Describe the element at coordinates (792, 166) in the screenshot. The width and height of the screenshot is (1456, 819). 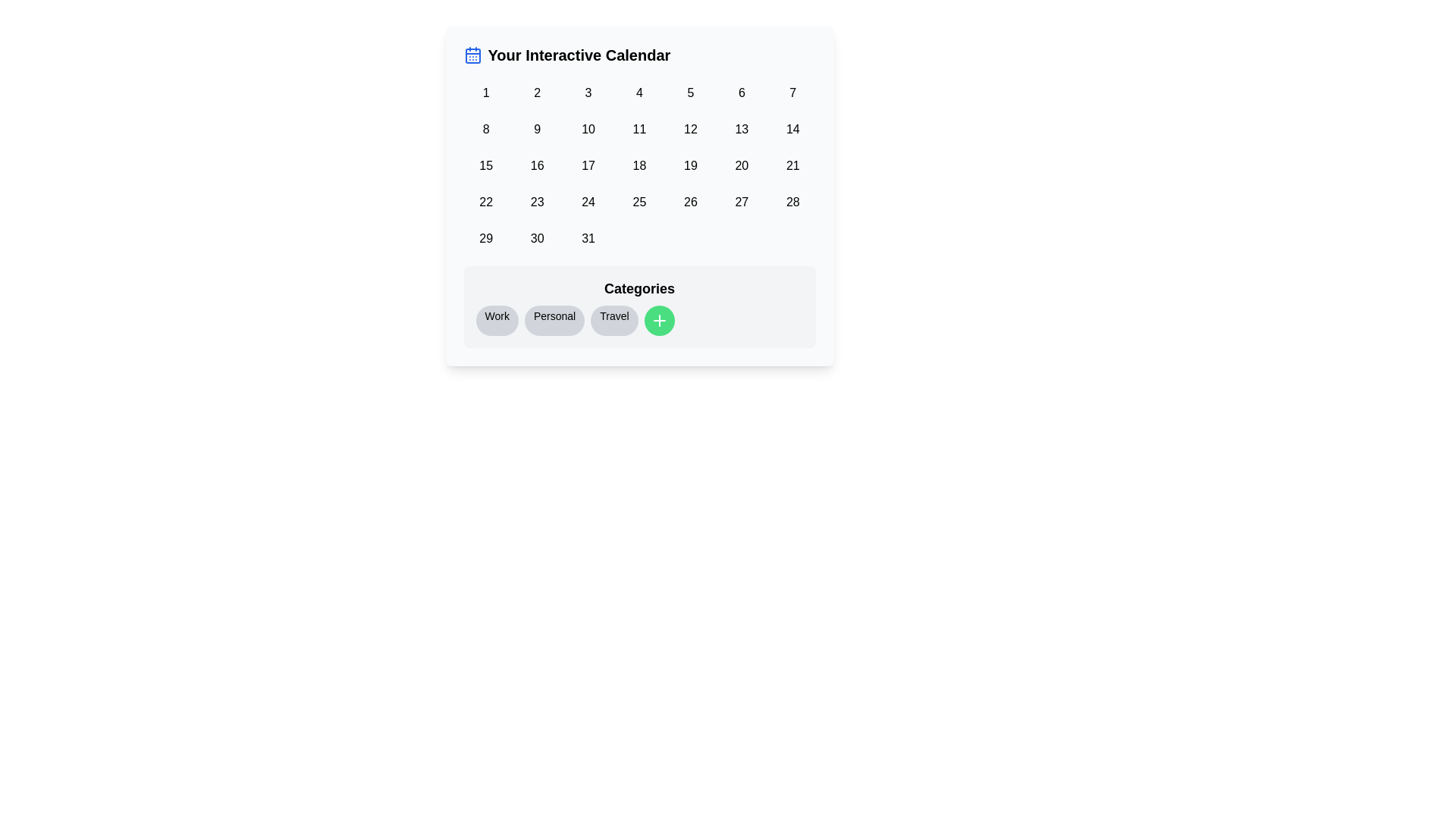
I see `the rounded rectangular button displaying '21' in bold black font located in the sixth row and seventh column of the calendar grid` at that location.